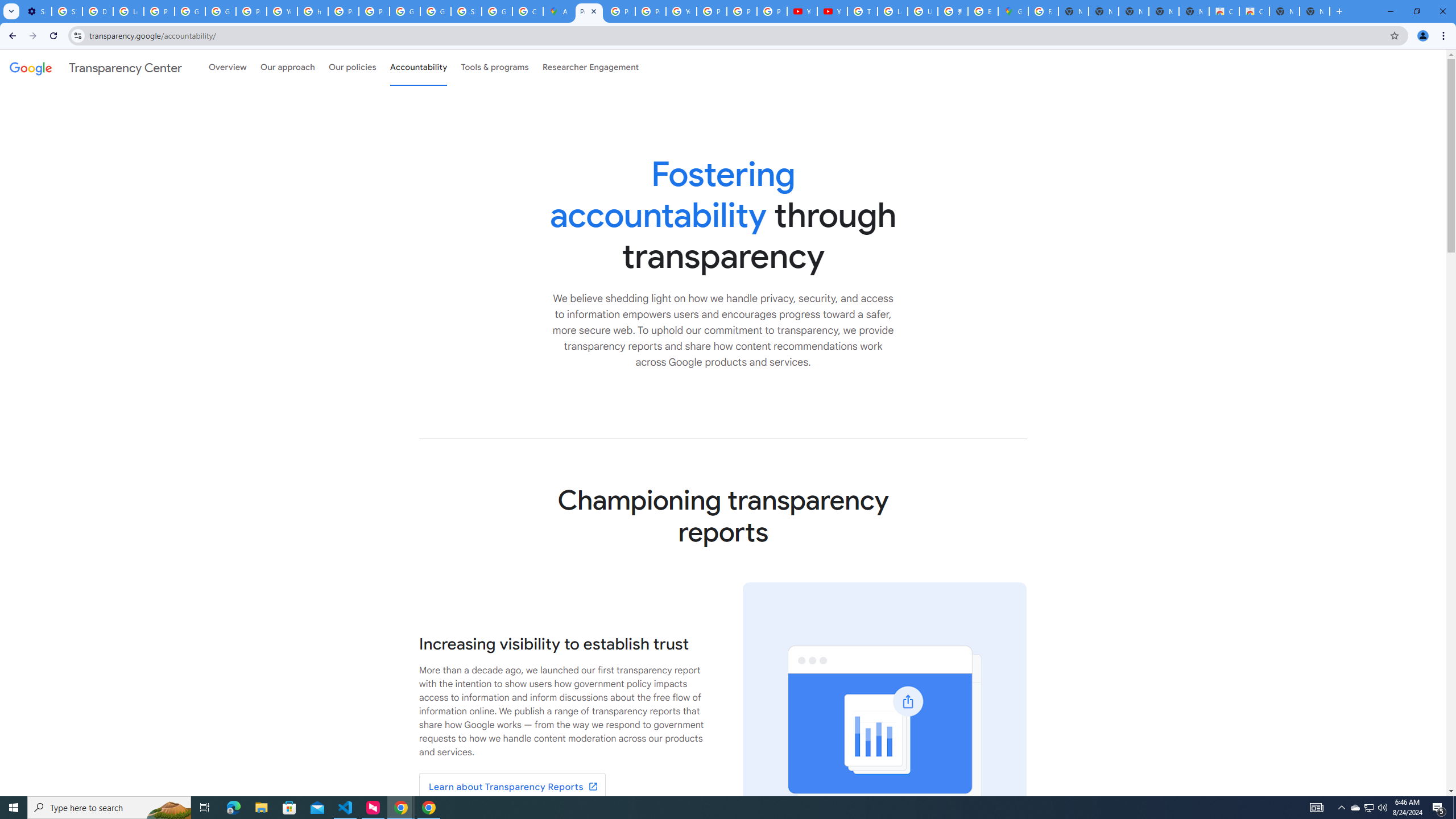 This screenshot has width=1456, height=819. What do you see at coordinates (1224, 11) in the screenshot?
I see `'Classic Blue - Chrome Web Store'` at bounding box center [1224, 11].